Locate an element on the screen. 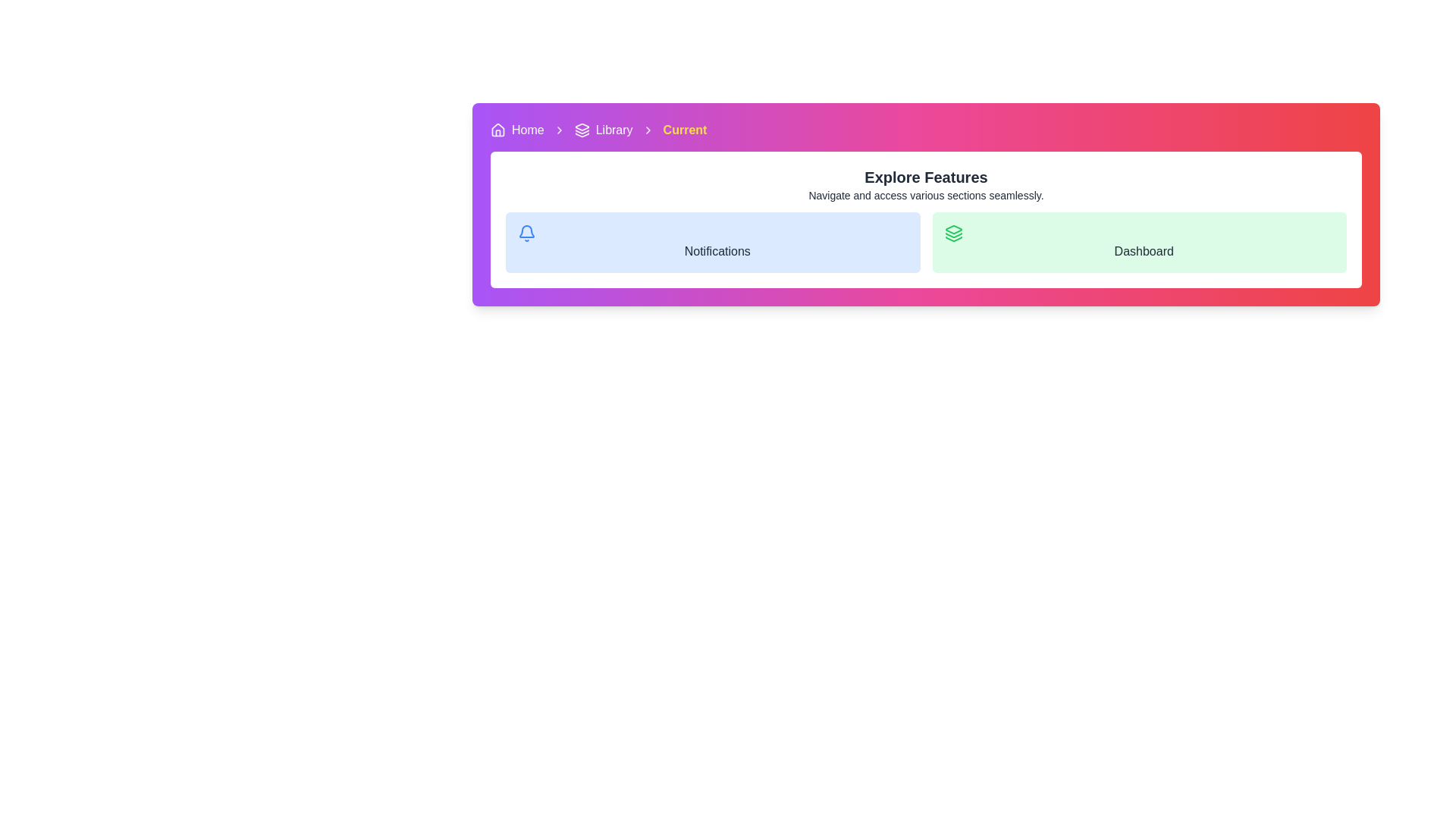 The height and width of the screenshot is (819, 1456). the 'Dashboard' navigation button, which is located in the second column of a two-column grid layout, directly to the right of the 'Notifications' button is located at coordinates (1139, 242).